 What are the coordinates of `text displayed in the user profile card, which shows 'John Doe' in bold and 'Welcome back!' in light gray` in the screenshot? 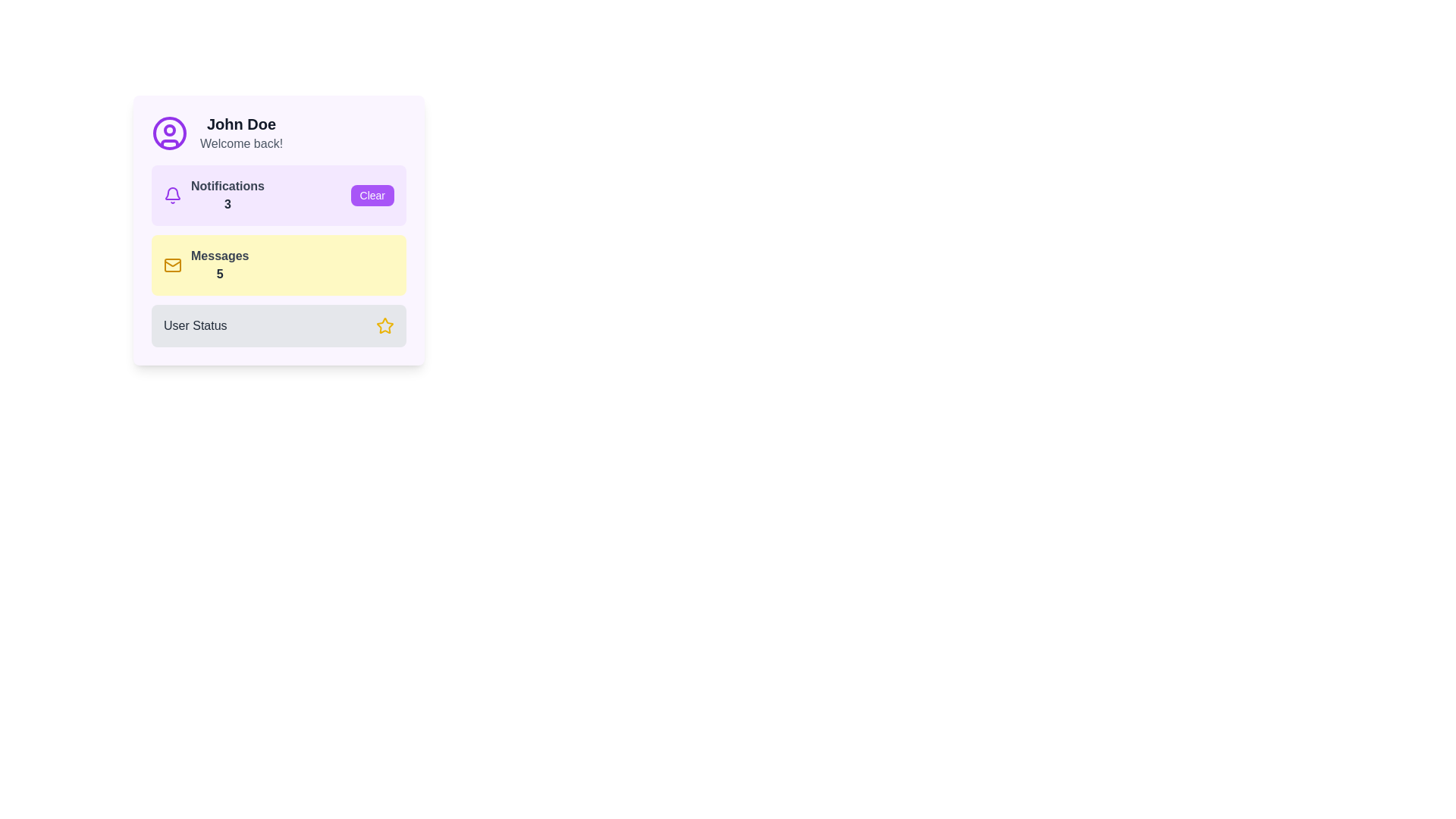 It's located at (240, 133).